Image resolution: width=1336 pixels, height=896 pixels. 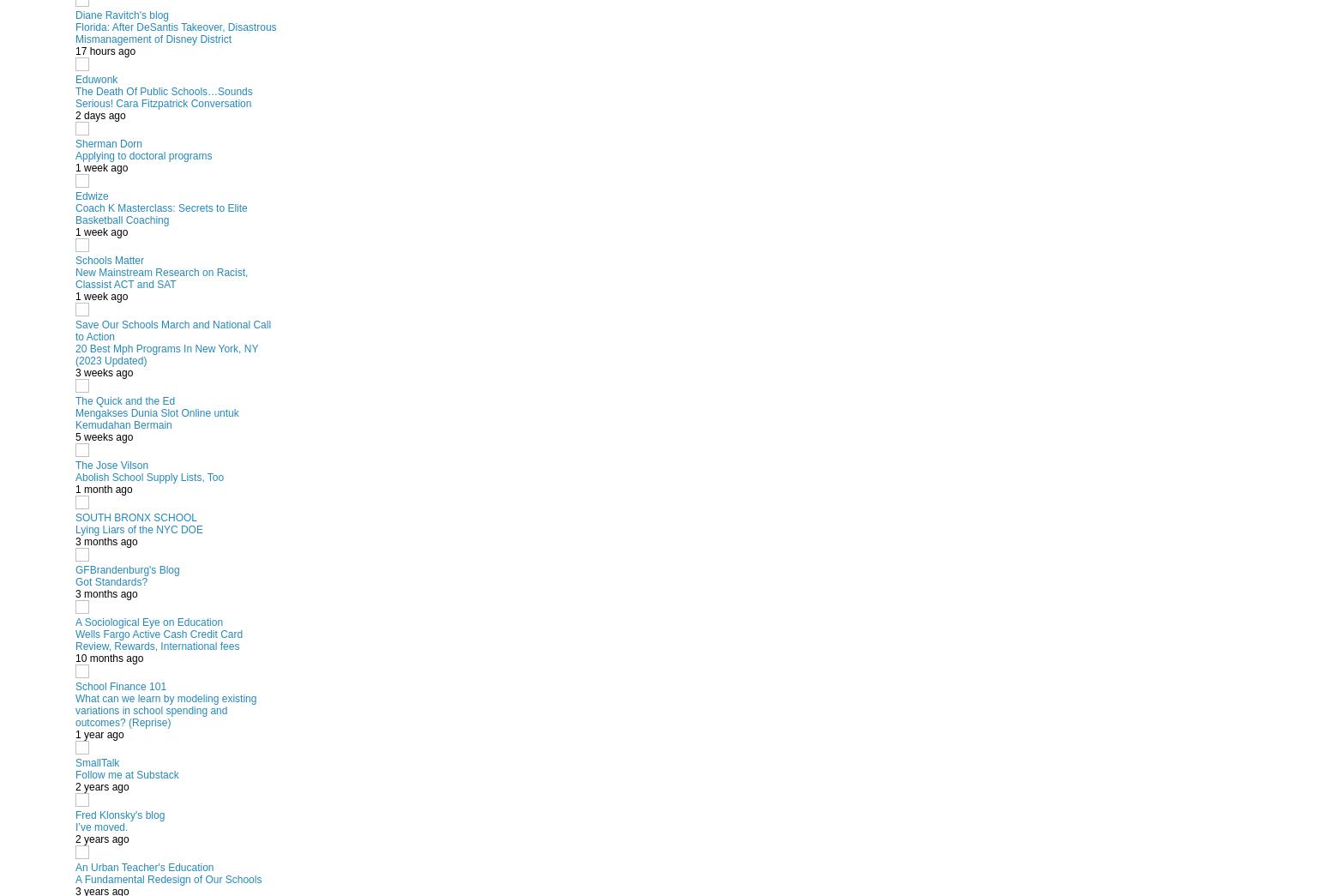 What do you see at coordinates (157, 418) in the screenshot?
I see `'Mengakses Dunia Slot Online untuk Kemudahan Bermain'` at bounding box center [157, 418].